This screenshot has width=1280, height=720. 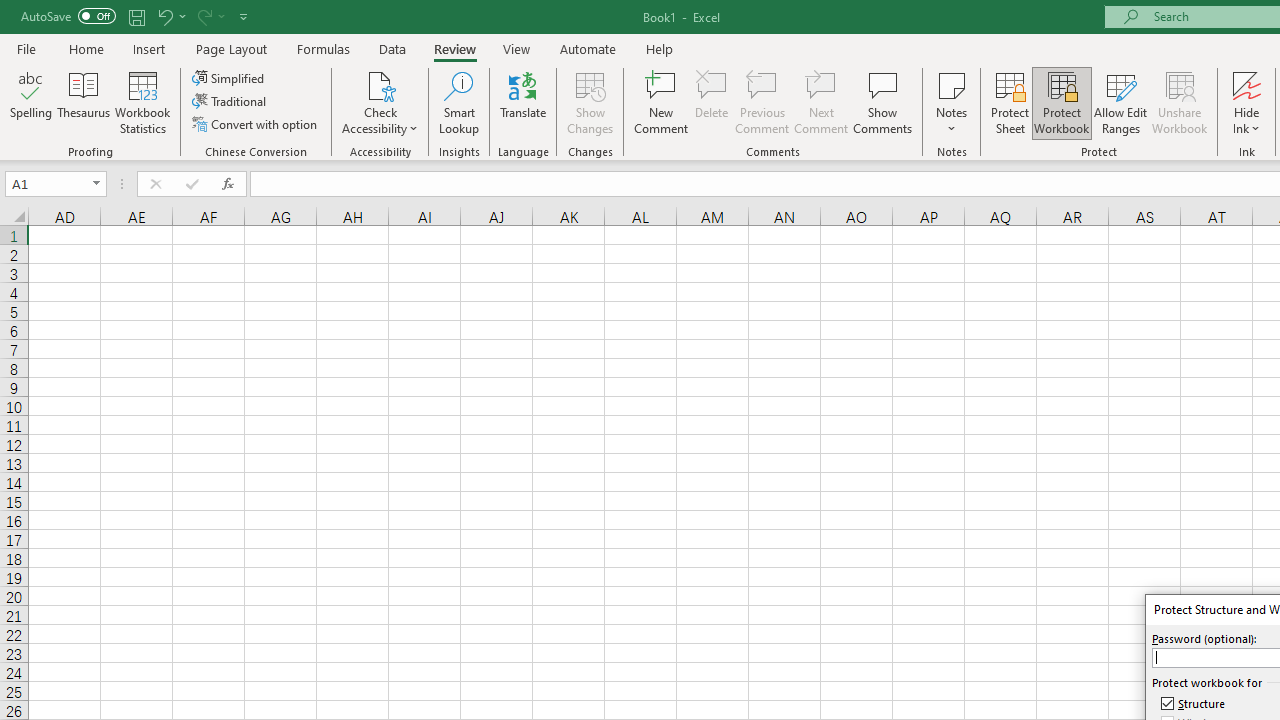 What do you see at coordinates (587, 48) in the screenshot?
I see `'Automate'` at bounding box center [587, 48].